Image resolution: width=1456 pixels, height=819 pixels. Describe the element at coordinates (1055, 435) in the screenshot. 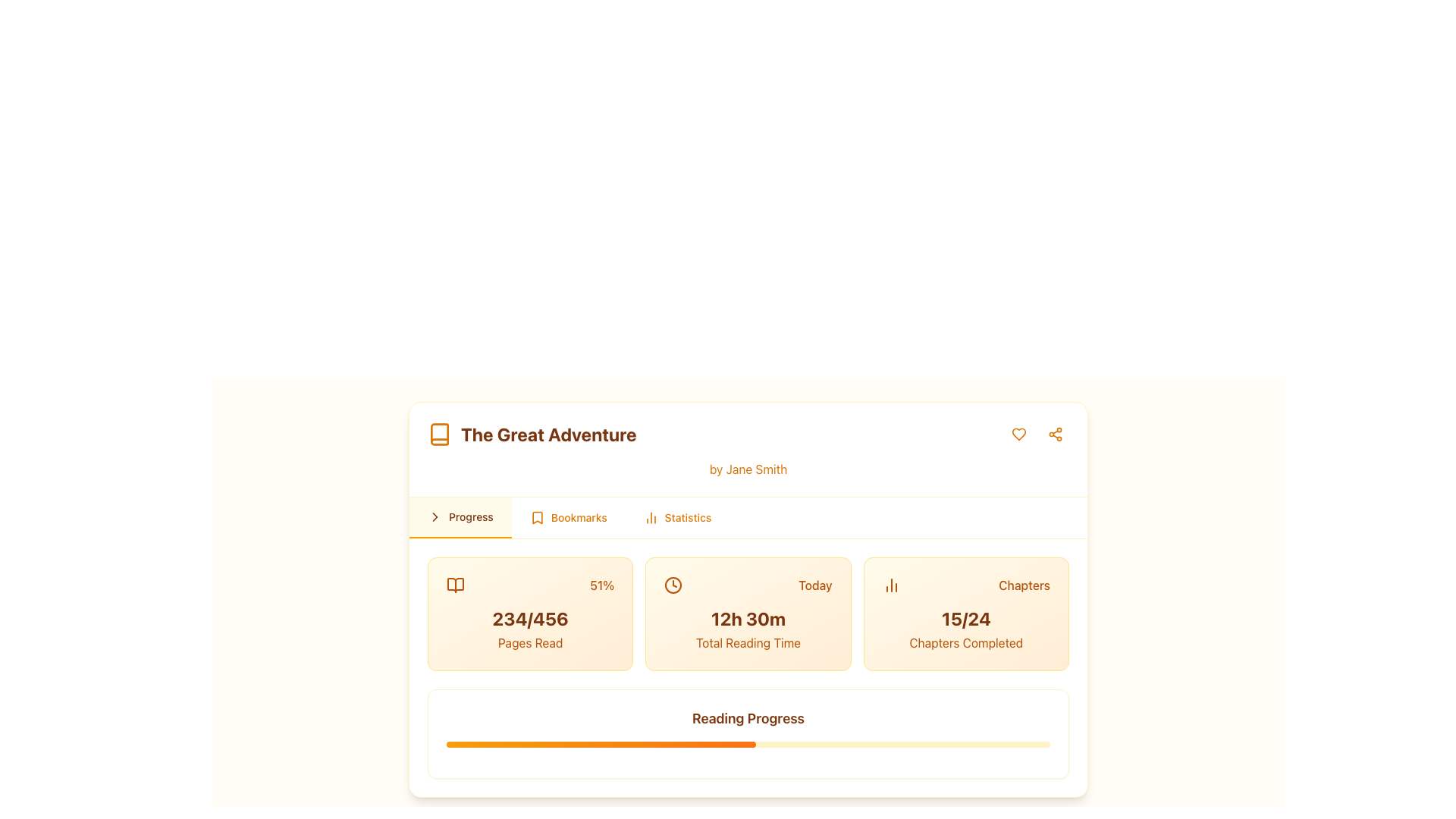

I see `the circular button with a light amber background containing a share icon on the right side of the heart-like icon in the top-right corner of 'The Great Adventure' section to share` at that location.